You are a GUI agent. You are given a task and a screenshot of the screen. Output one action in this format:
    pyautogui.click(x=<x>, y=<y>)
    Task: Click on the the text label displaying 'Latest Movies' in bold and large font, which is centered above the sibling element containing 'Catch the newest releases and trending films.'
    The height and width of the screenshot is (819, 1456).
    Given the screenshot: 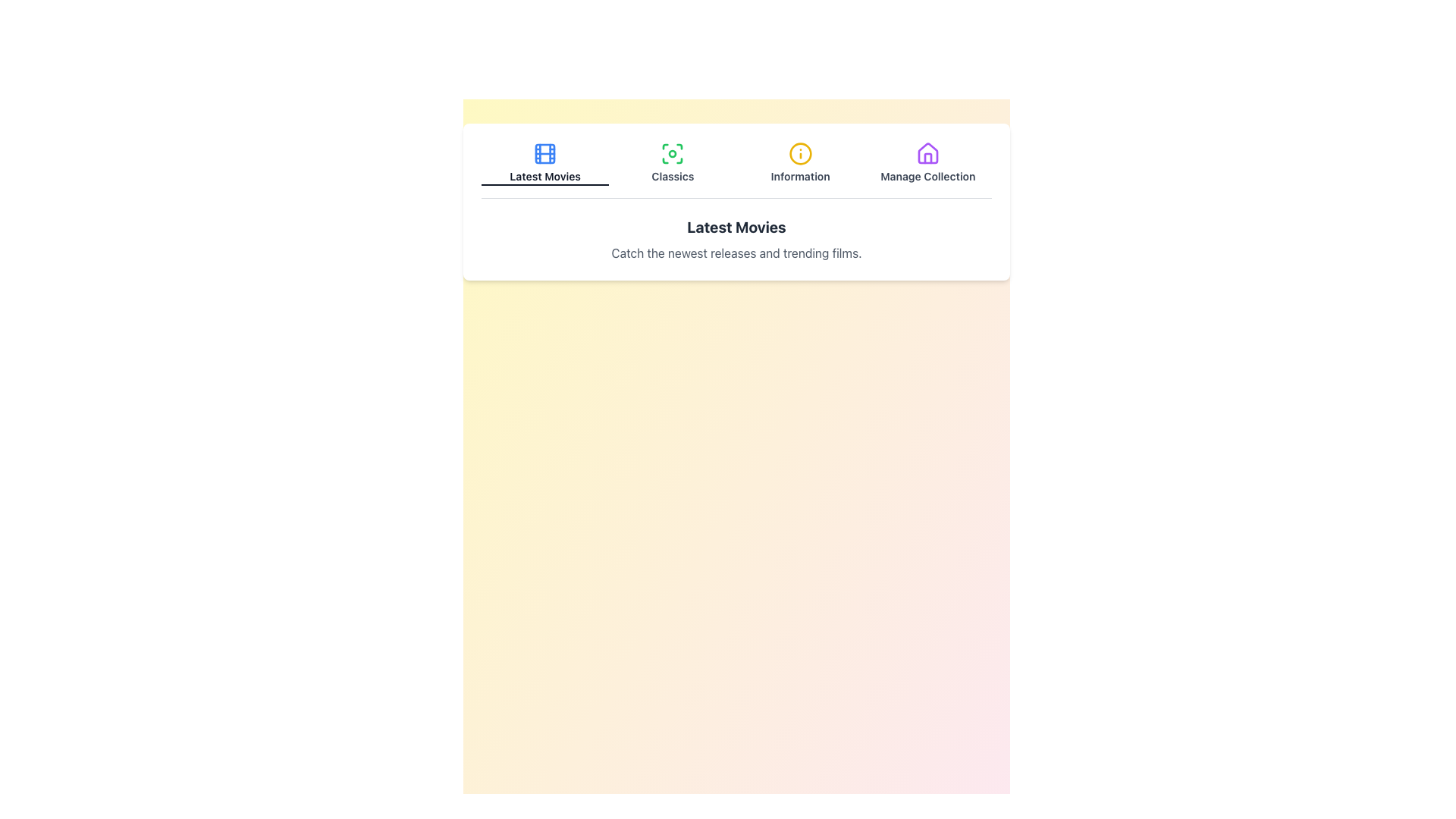 What is the action you would take?
    pyautogui.click(x=736, y=227)
    